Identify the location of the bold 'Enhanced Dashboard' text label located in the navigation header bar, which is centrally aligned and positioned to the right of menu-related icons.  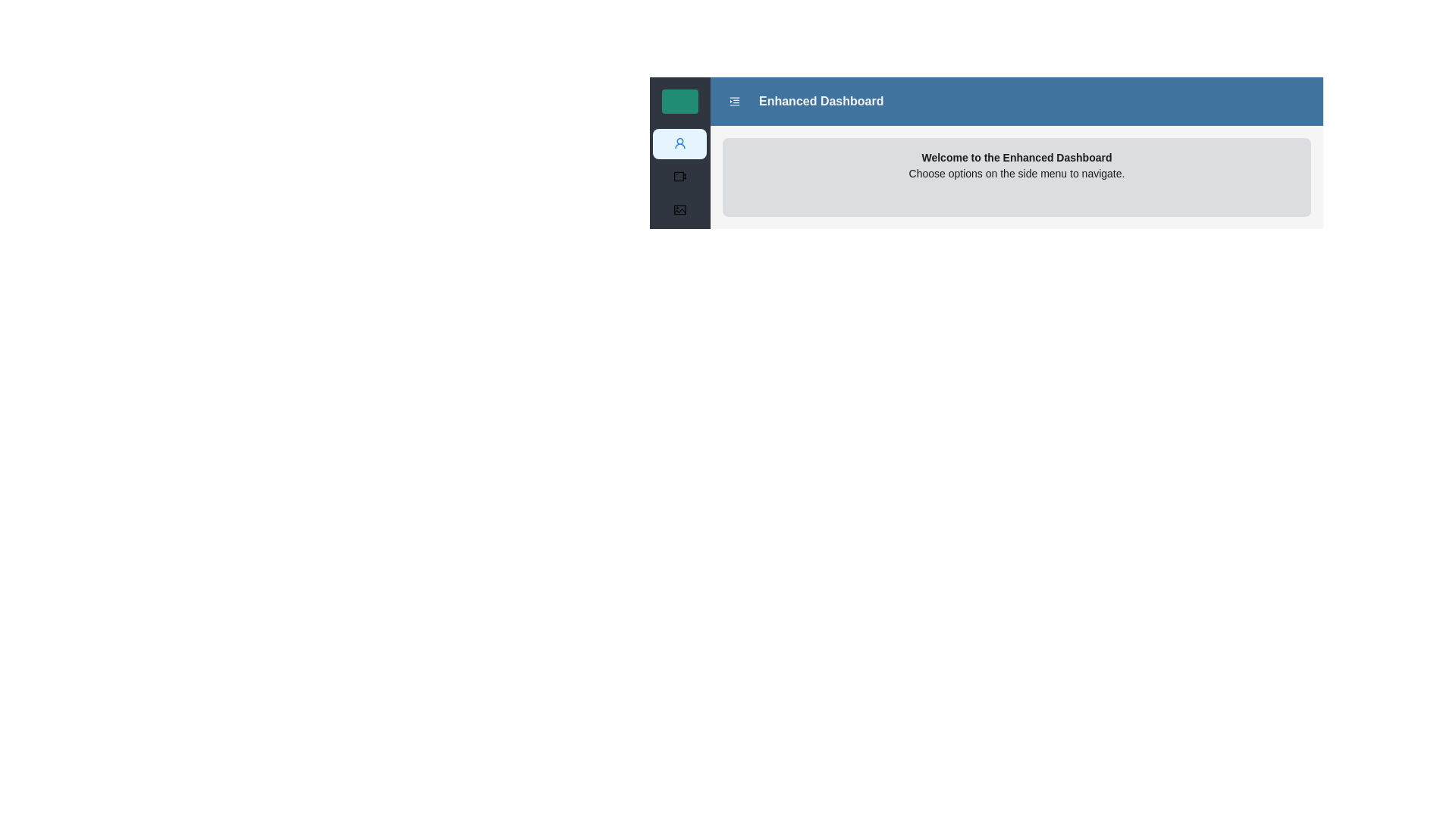
(821, 102).